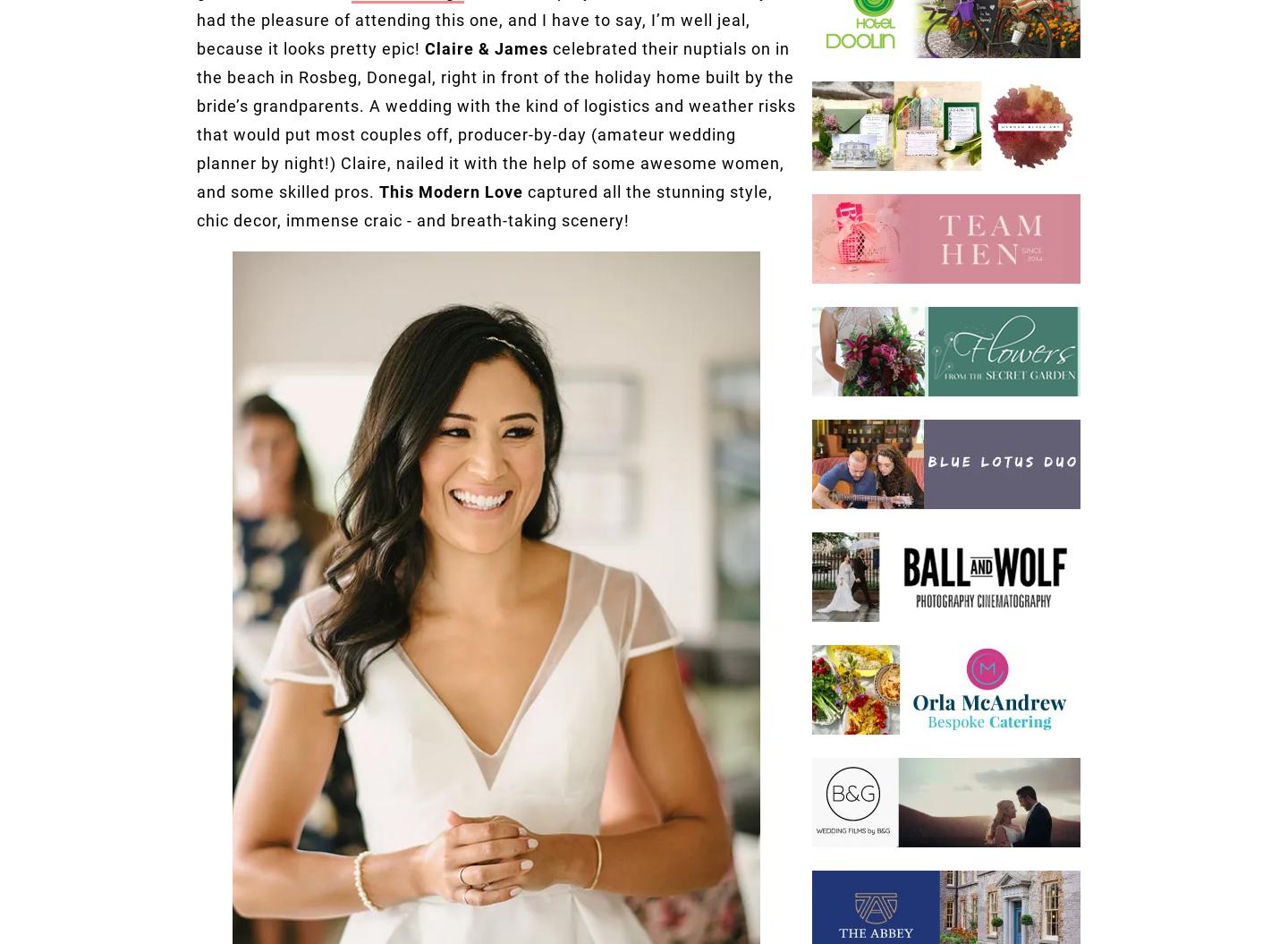 The width and height of the screenshot is (1288, 944). Describe the element at coordinates (422, 163) in the screenshot. I see `'Ardú'` at that location.